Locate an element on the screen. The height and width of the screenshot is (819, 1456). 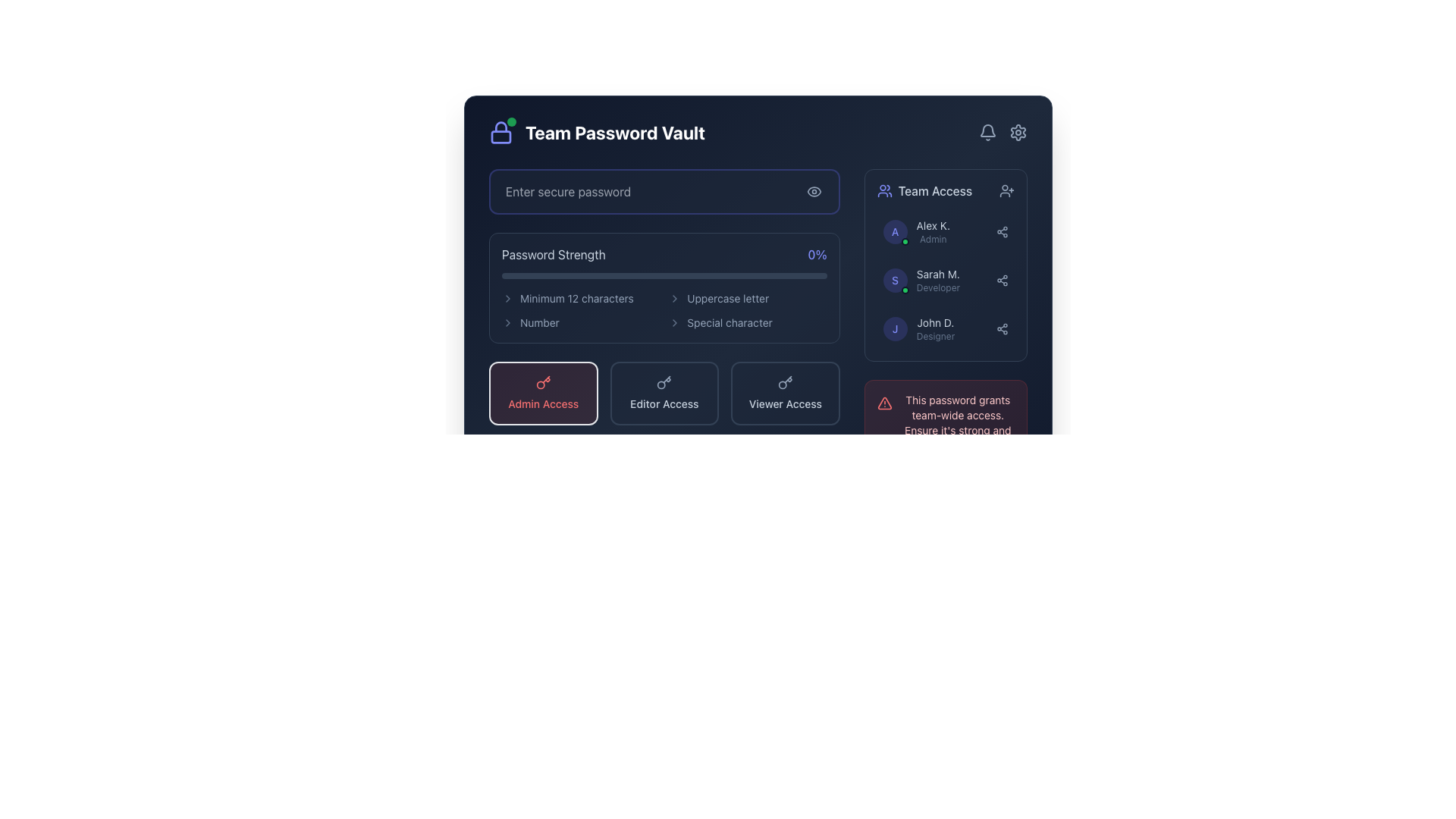
the Profile summary display, which shows the user's identification within the 'Team Access' panel on the right-hand side of the interface, as the first item is located at coordinates (915, 231).